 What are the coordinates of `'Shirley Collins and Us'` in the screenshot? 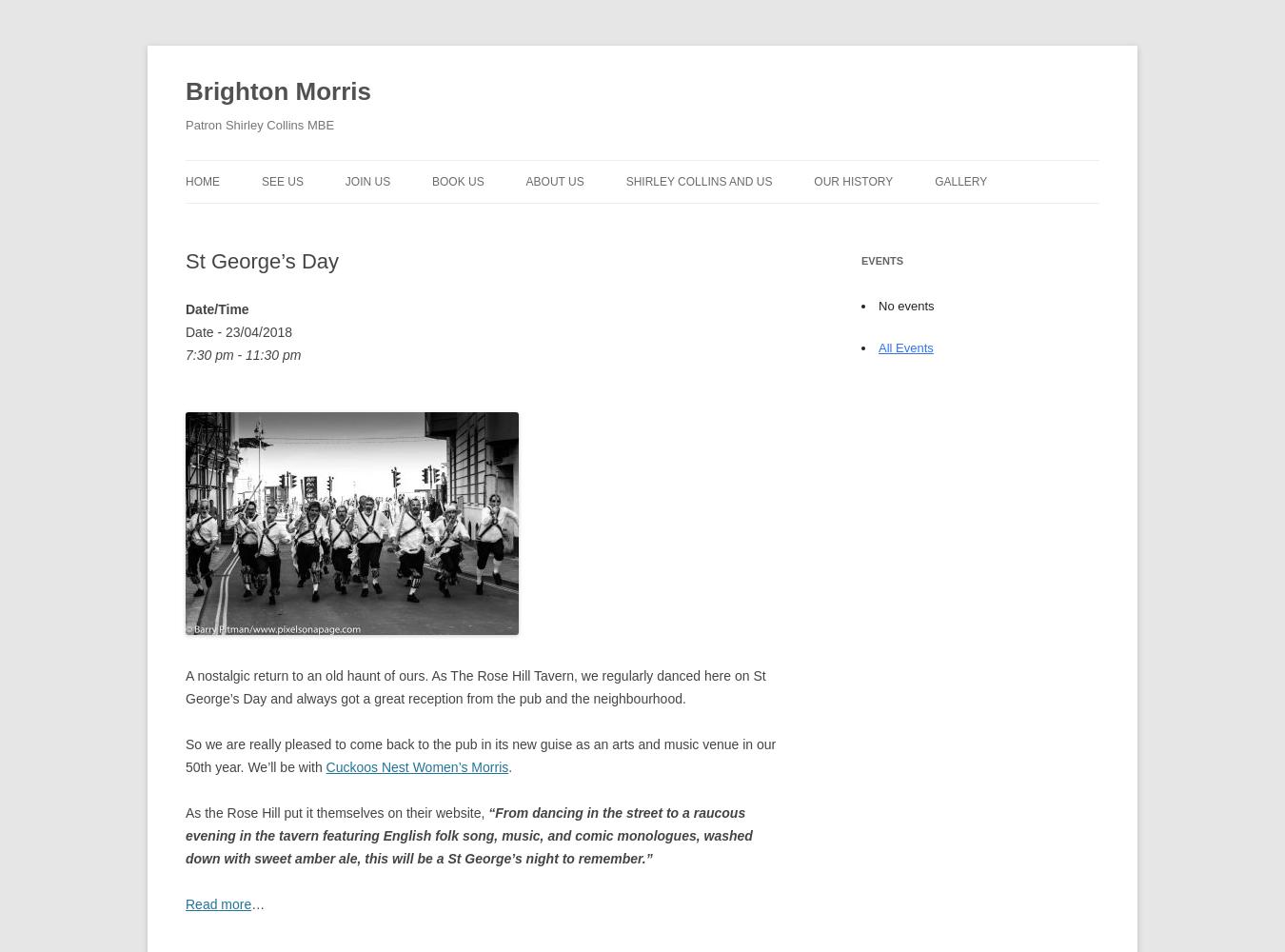 It's located at (697, 181).